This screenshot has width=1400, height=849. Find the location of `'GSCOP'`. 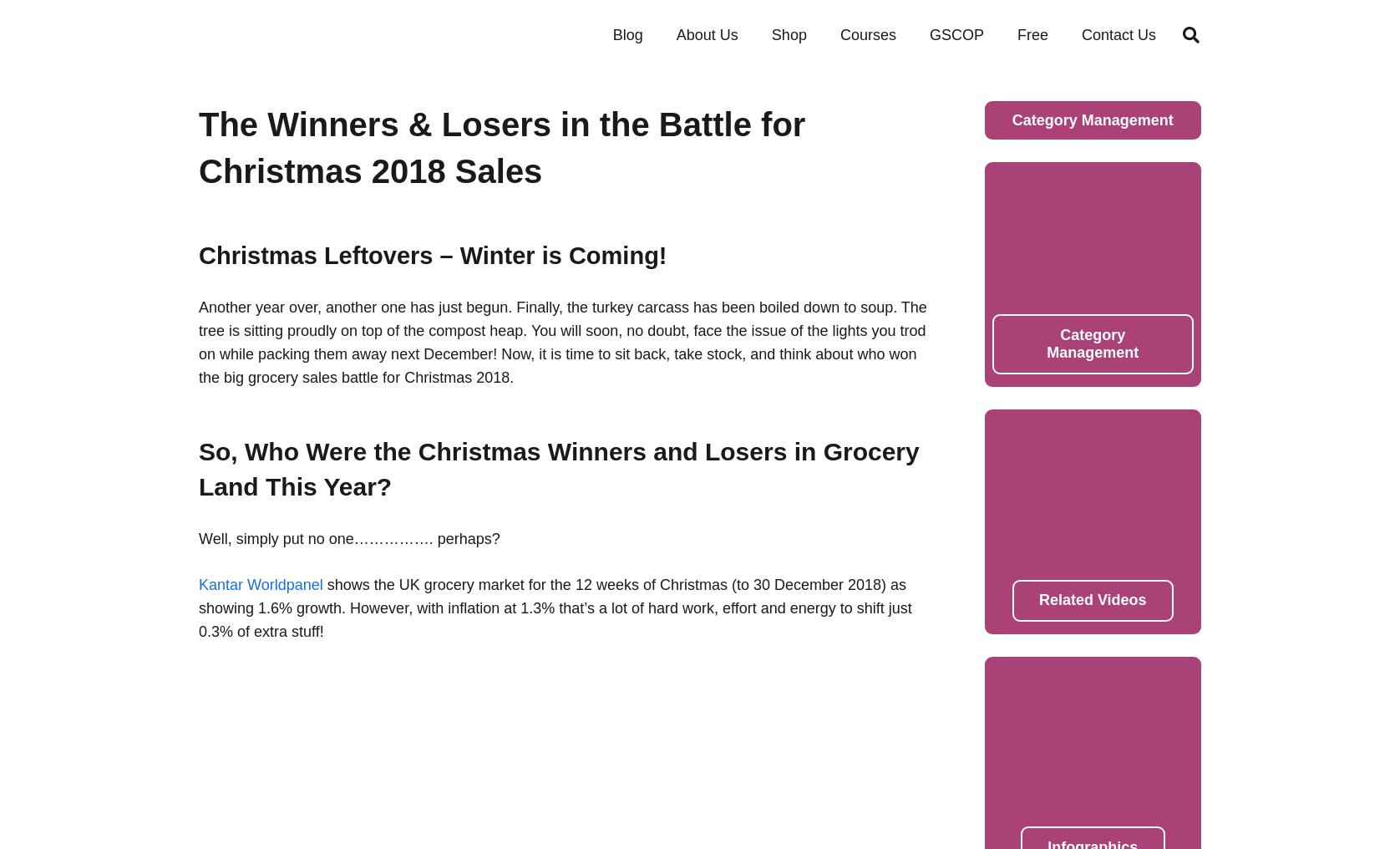

'GSCOP' is located at coordinates (928, 33).